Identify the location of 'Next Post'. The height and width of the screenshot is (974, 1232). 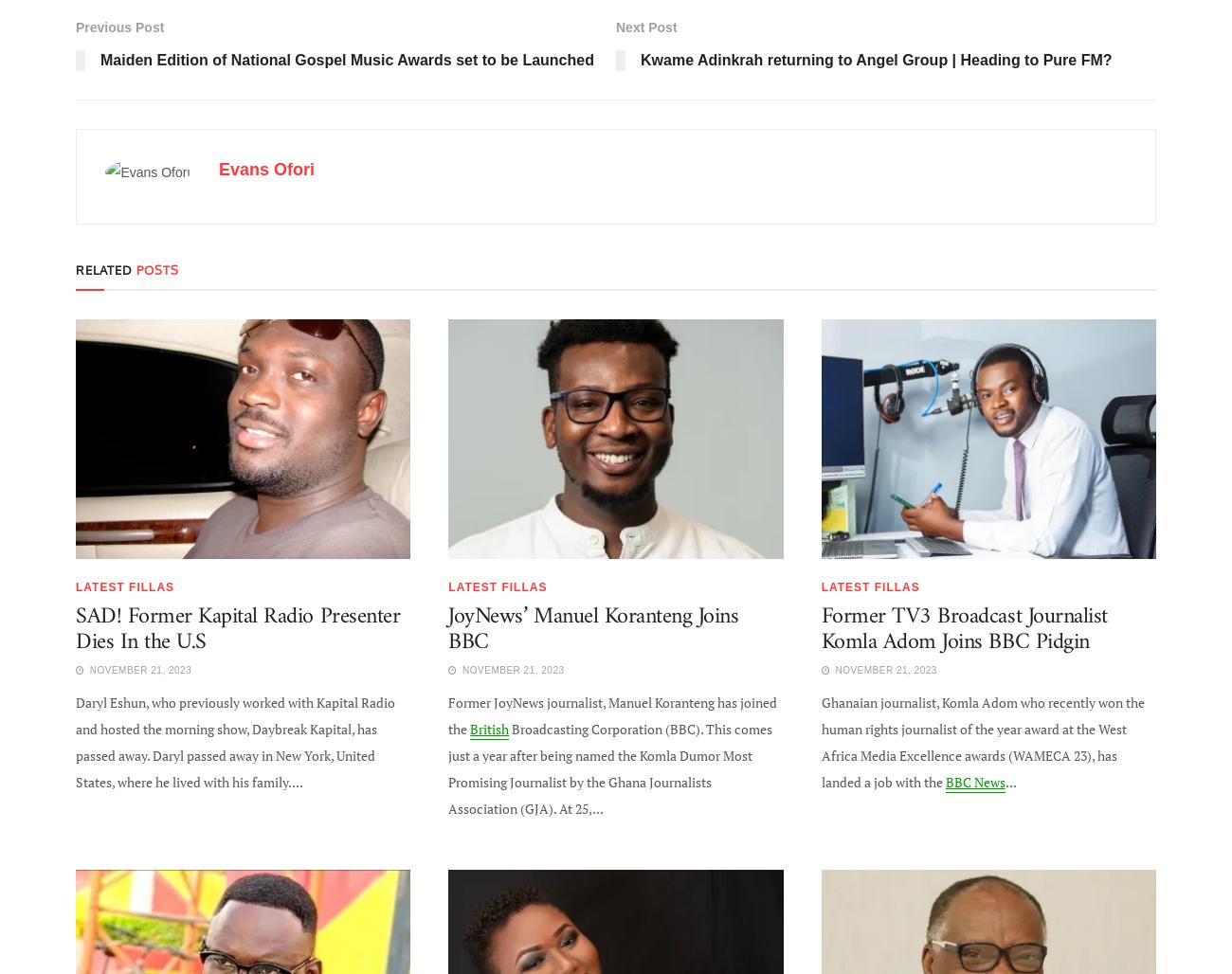
(644, 26).